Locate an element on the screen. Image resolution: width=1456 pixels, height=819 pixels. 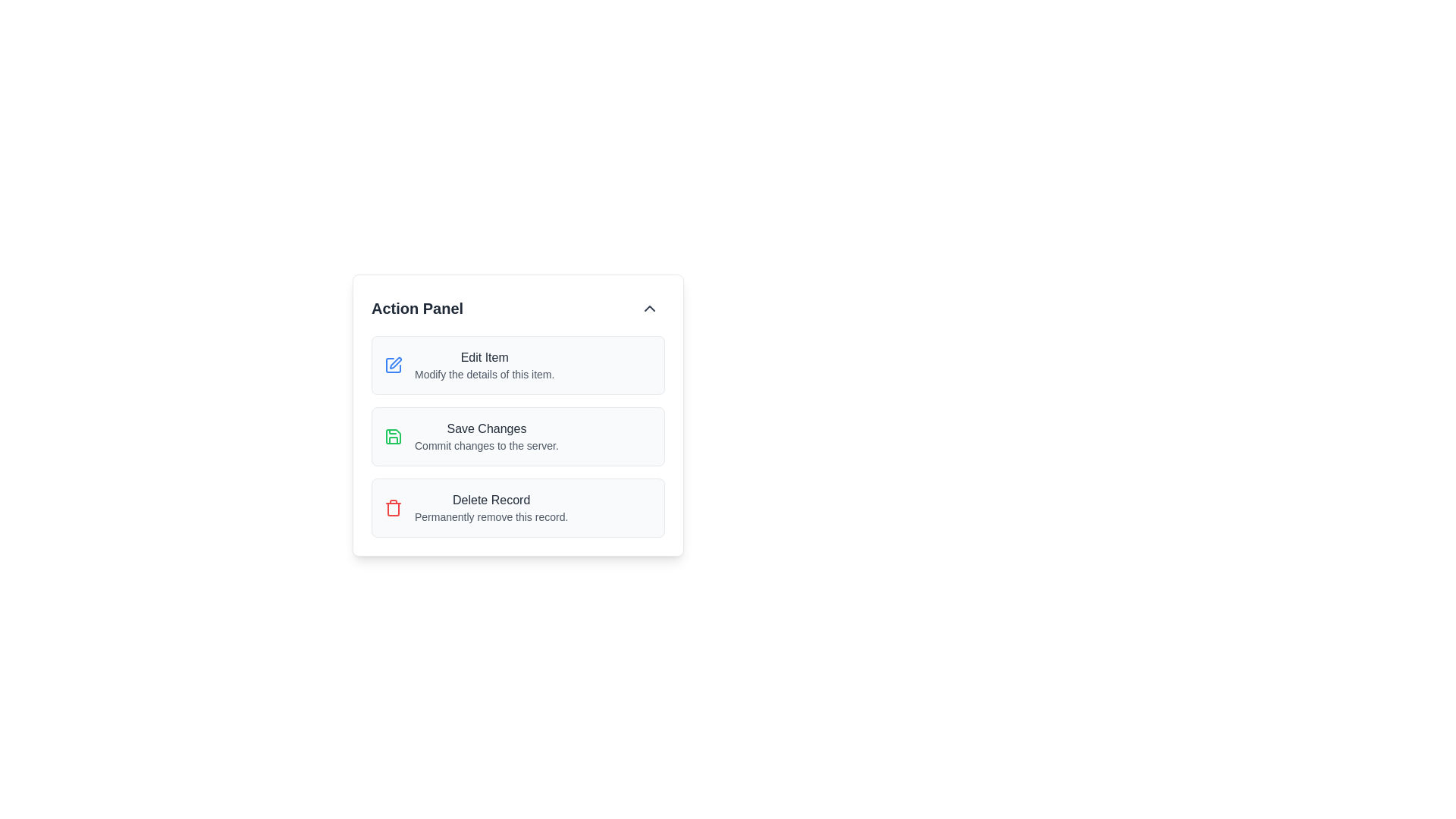
the second button in the 'Action Panel' for committing updates to the server is located at coordinates (518, 436).